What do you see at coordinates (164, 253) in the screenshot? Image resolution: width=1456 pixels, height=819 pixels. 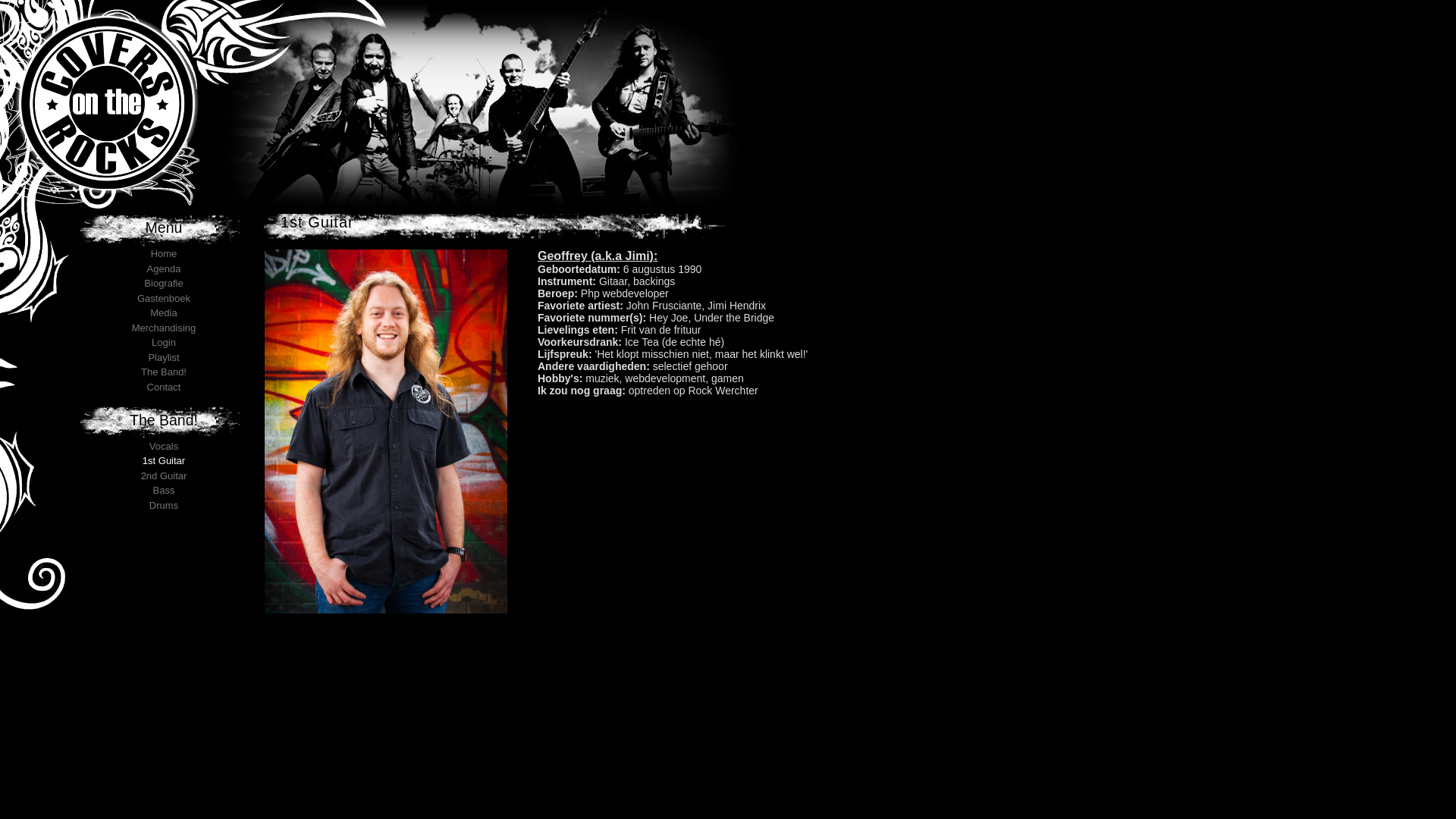 I see `'Home'` at bounding box center [164, 253].